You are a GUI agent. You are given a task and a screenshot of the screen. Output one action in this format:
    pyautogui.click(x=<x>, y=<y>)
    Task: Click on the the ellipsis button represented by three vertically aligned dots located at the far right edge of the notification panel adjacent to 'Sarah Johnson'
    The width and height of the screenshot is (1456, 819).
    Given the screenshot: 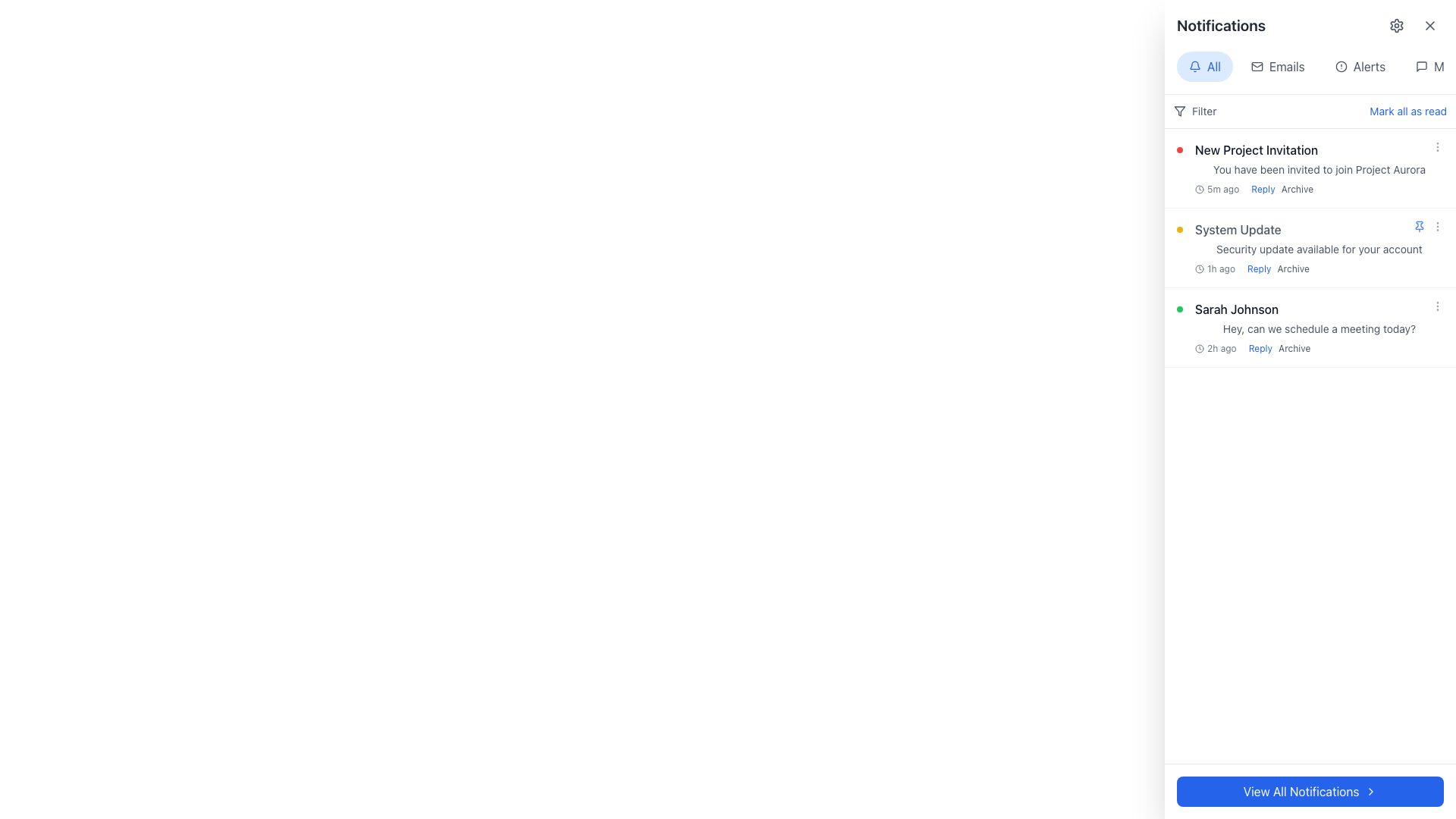 What is the action you would take?
    pyautogui.click(x=1437, y=306)
    